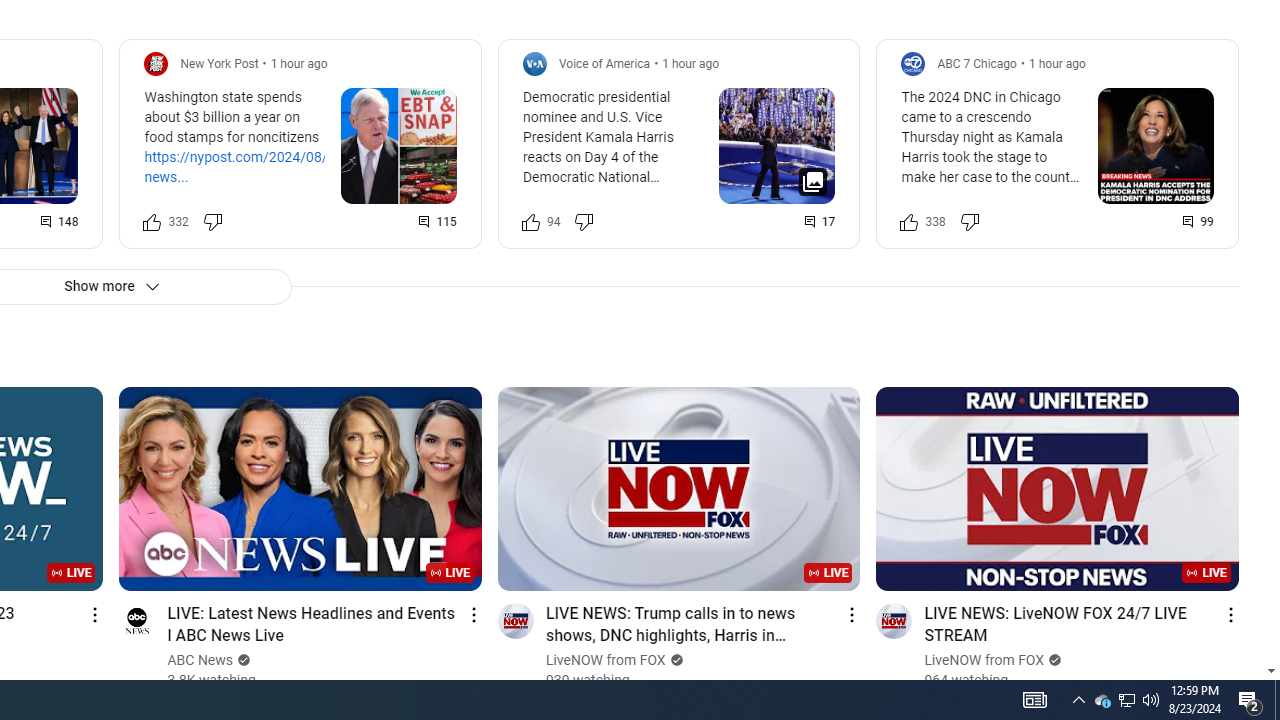 This screenshot has width=1280, height=720. What do you see at coordinates (255, 166) in the screenshot?
I see `'https://nypost.com/2024/08/21/us-news...'` at bounding box center [255, 166].